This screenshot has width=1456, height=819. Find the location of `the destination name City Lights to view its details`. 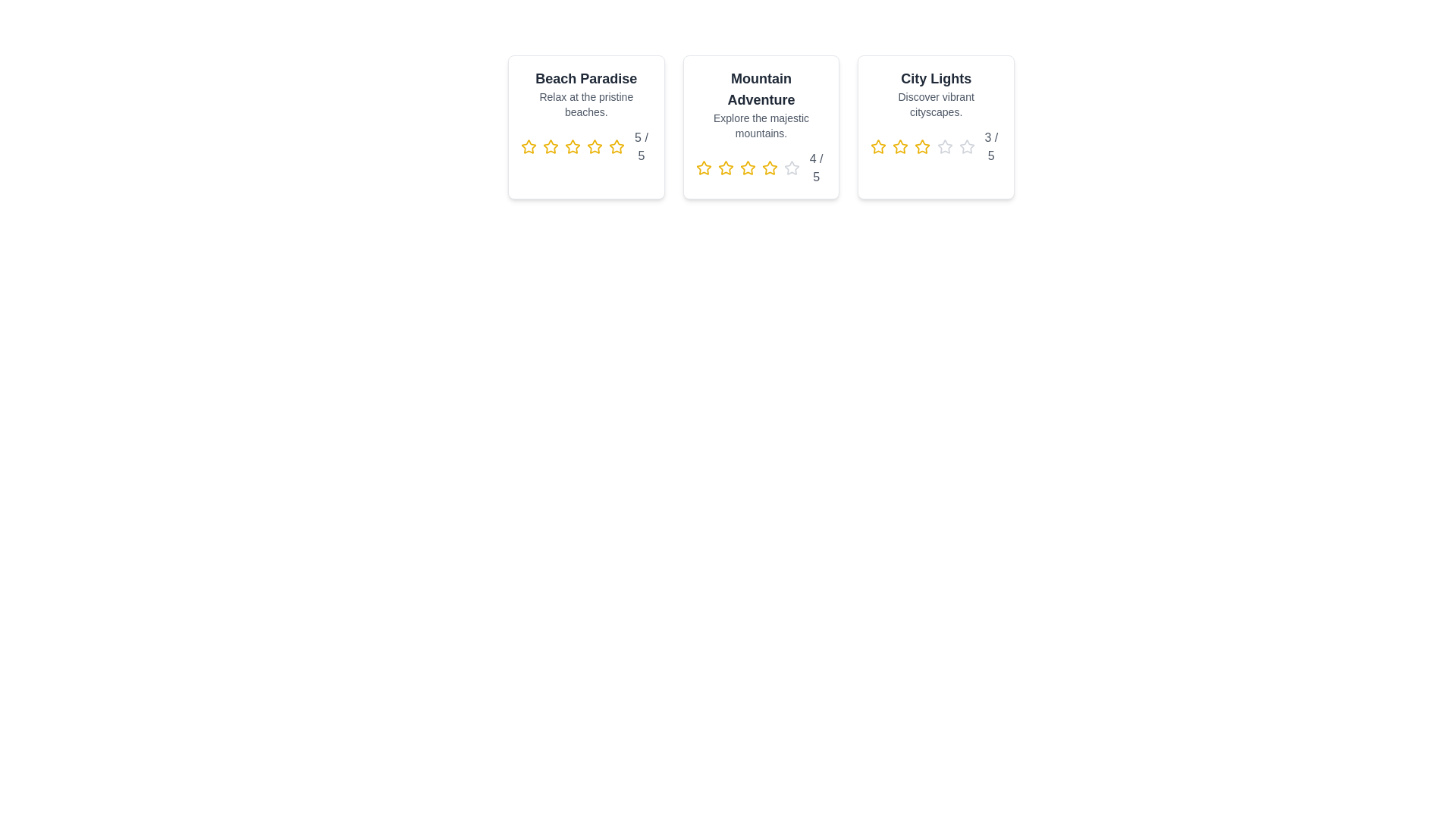

the destination name City Lights to view its details is located at coordinates (934, 79).